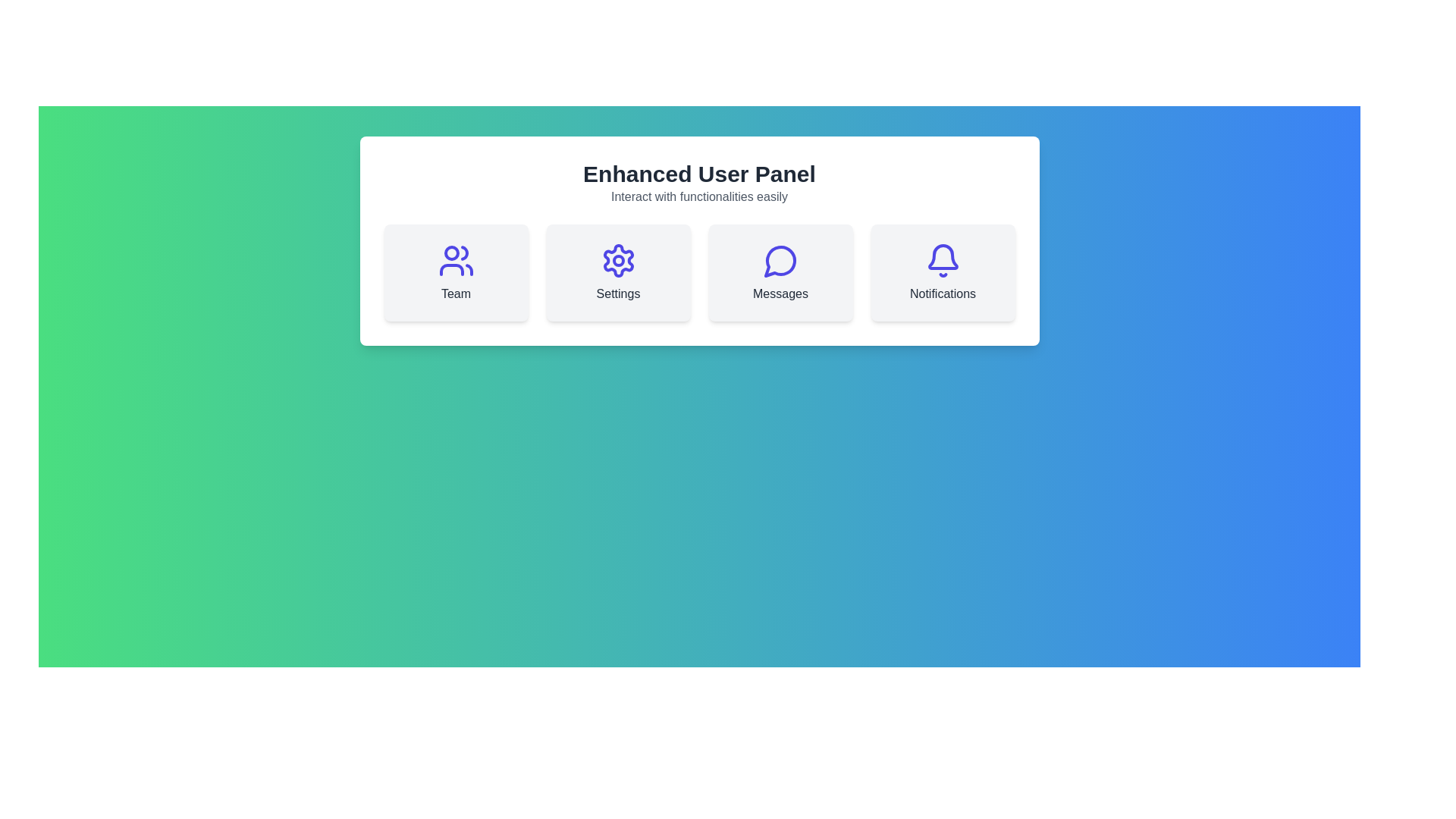  Describe the element at coordinates (942, 271) in the screenshot. I see `the Icon Card with a purple bell icon and 'Notifications' label, which is the fourth item in the grid layout` at that location.